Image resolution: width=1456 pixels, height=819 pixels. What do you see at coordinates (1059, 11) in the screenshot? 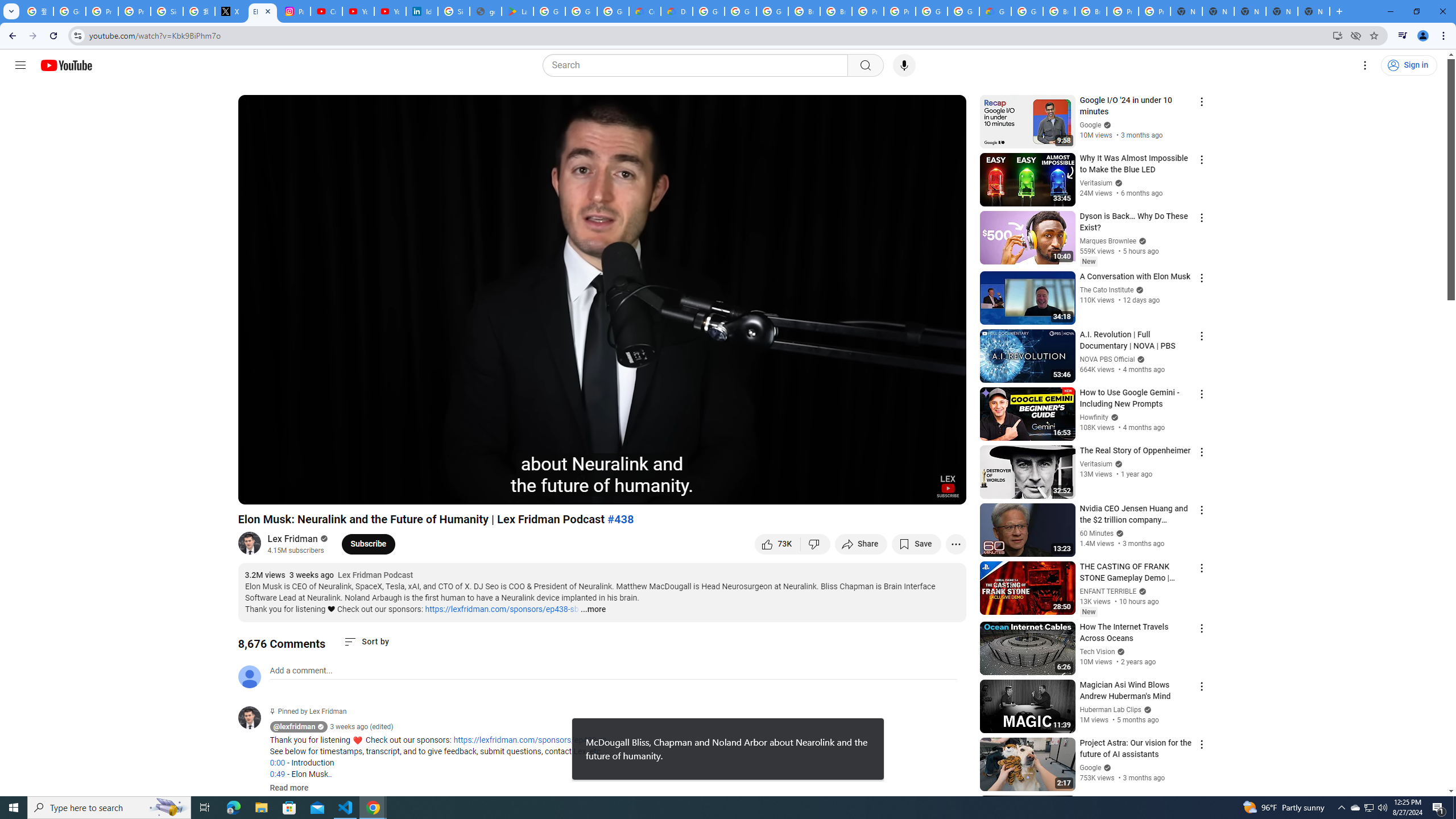
I see `'Browse Chrome as a guest - Computer - Google Chrome Help'` at bounding box center [1059, 11].